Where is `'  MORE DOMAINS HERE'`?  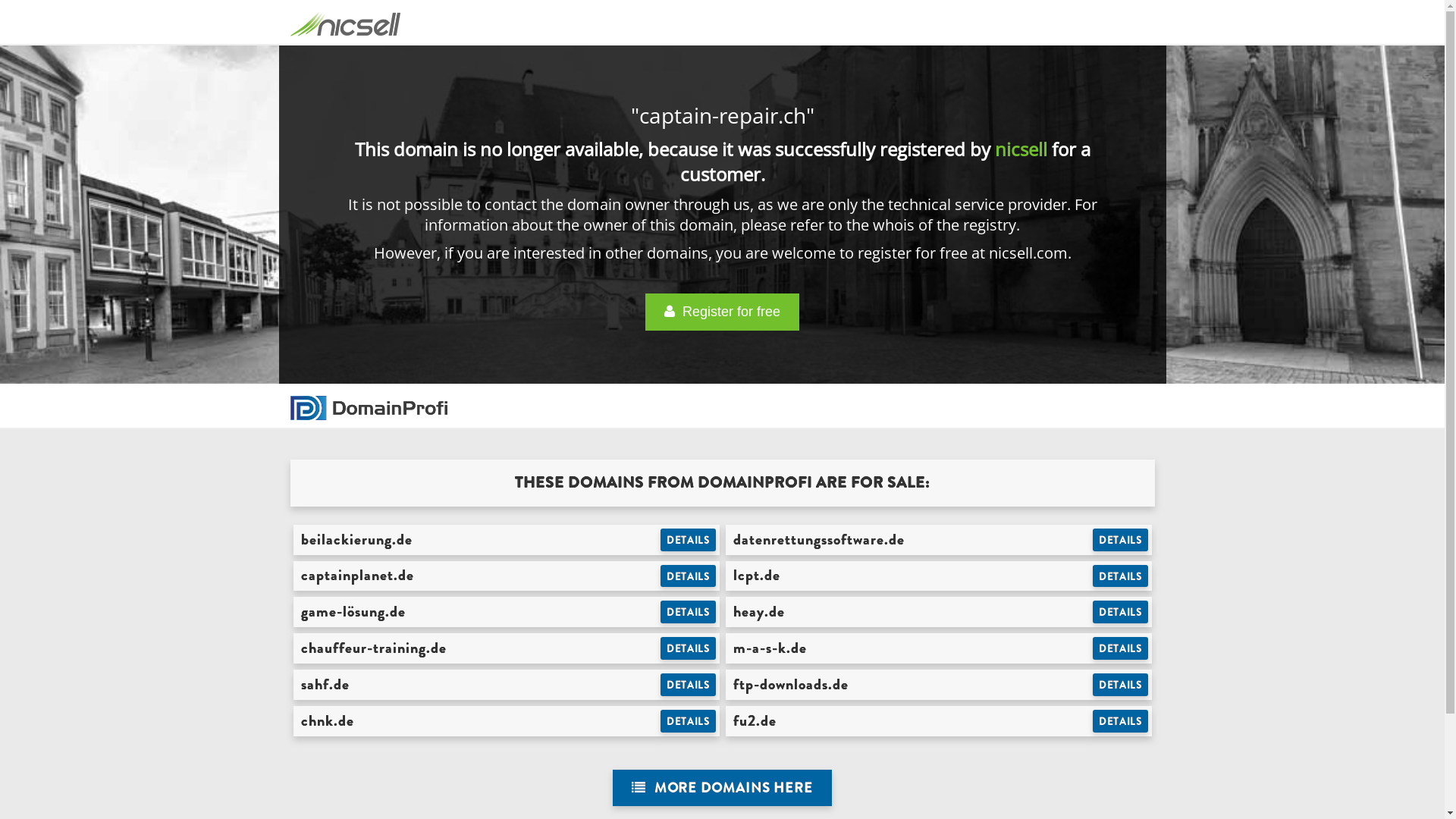
'  MORE DOMAINS HERE' is located at coordinates (721, 787).